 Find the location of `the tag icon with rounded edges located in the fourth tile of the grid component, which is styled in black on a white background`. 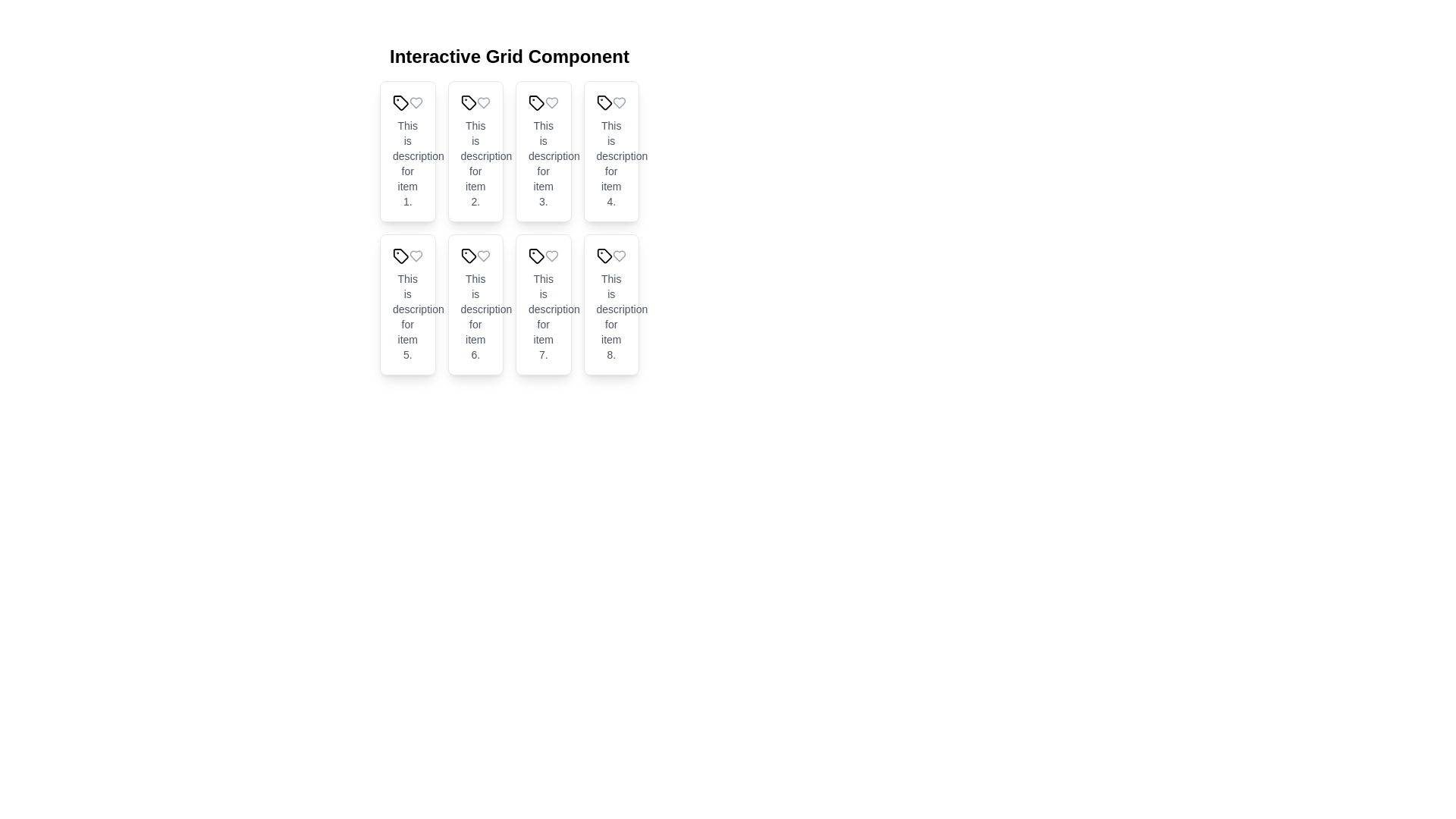

the tag icon with rounded edges located in the fourth tile of the grid component, which is styled in black on a white background is located at coordinates (603, 102).